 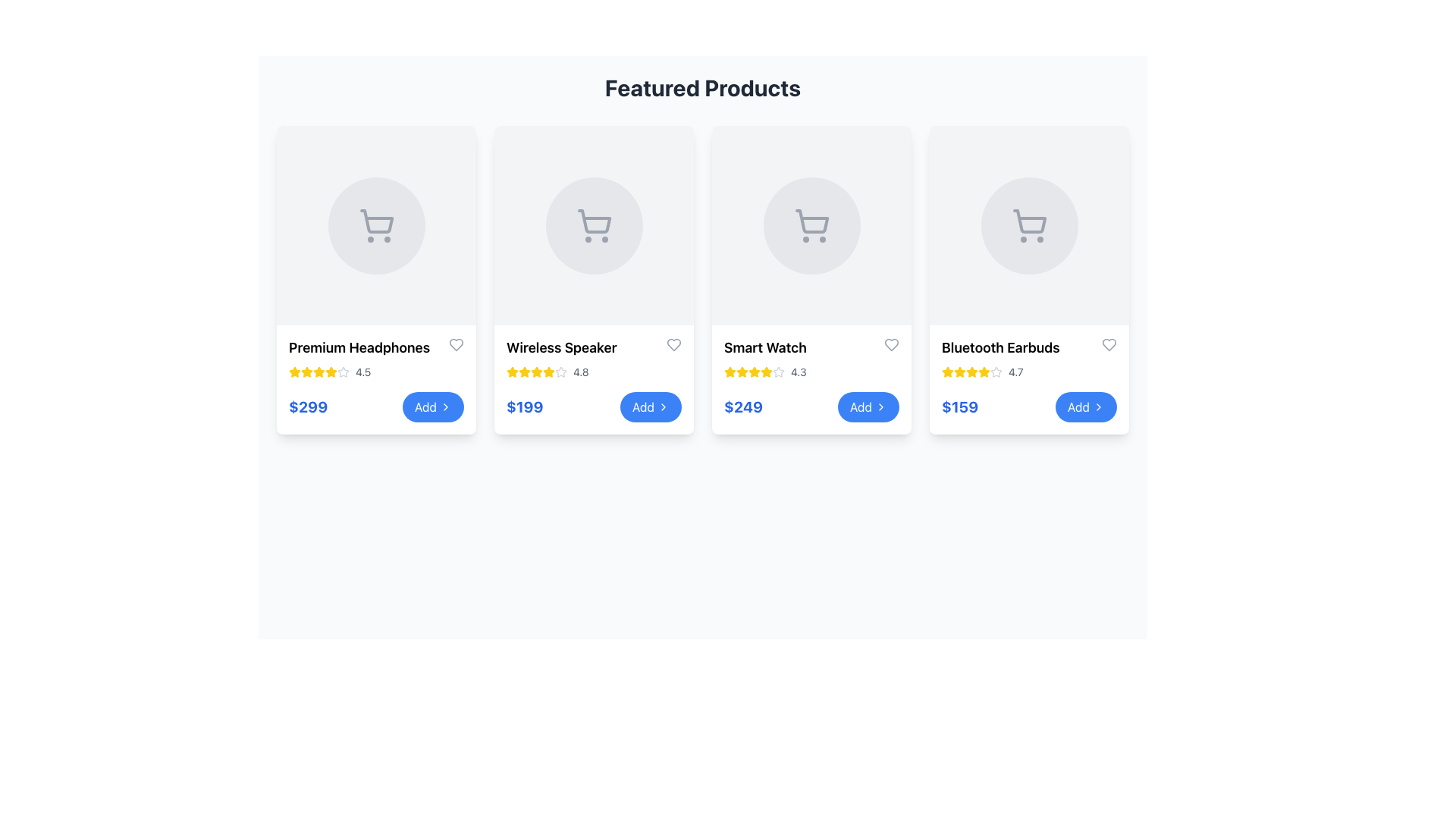 I want to click on the right-pointing arrow icon within the blue 'Add' button next to the product price for 'Bluetooth Earbuds' to initiate the associated command, so click(x=1099, y=406).